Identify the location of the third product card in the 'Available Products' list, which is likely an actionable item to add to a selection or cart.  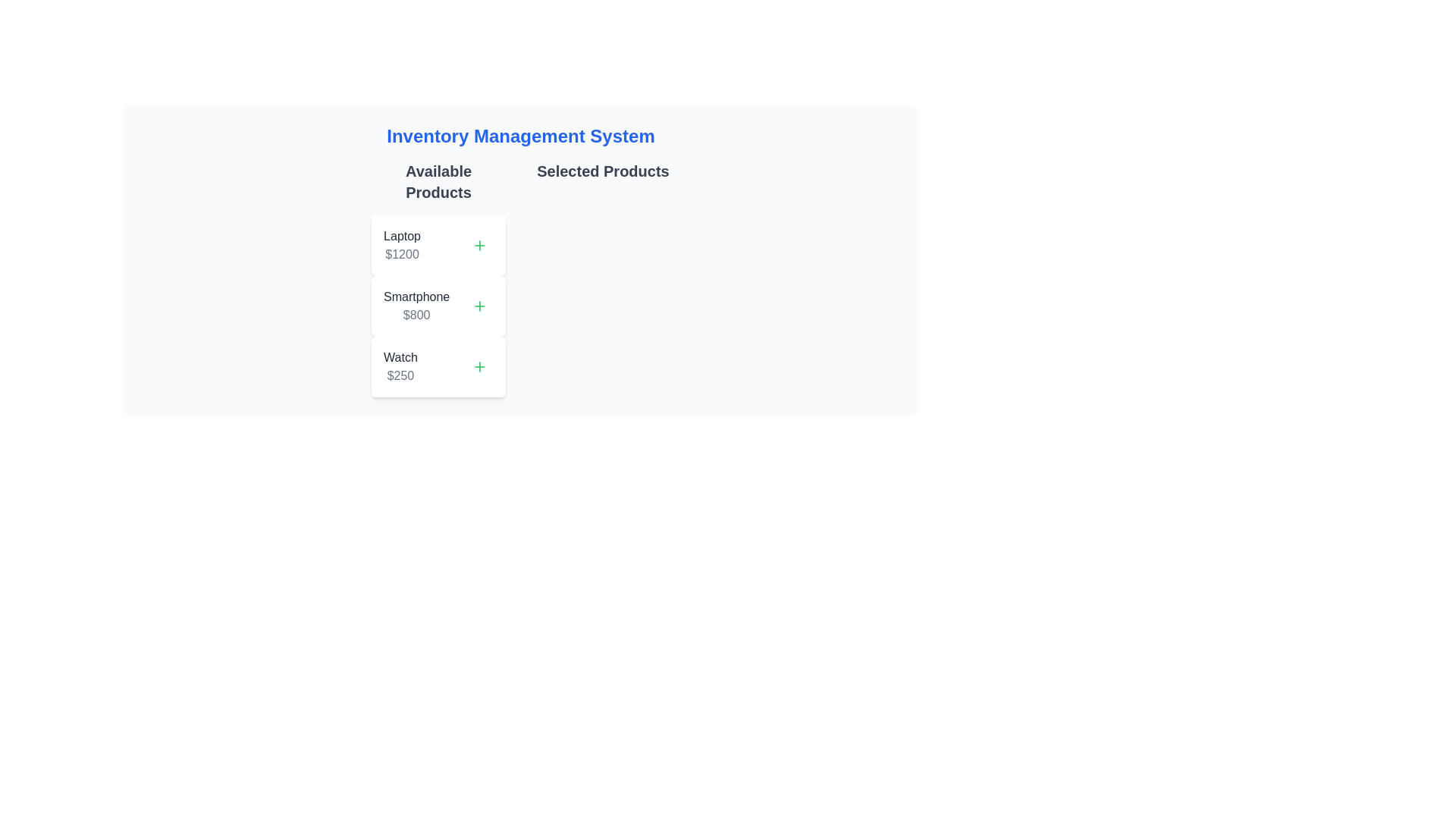
(438, 366).